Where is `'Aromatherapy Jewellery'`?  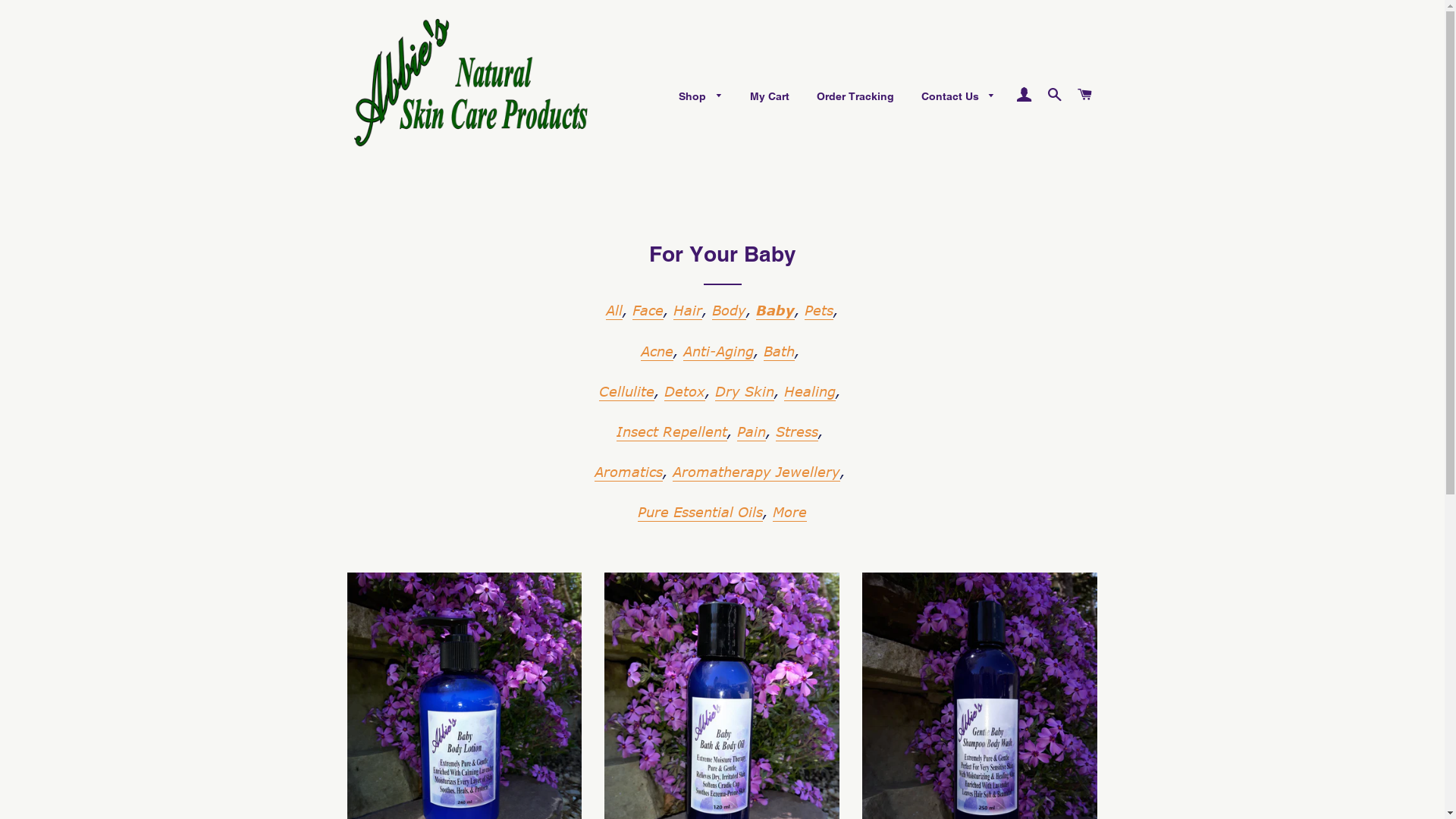 'Aromatherapy Jewellery' is located at coordinates (672, 472).